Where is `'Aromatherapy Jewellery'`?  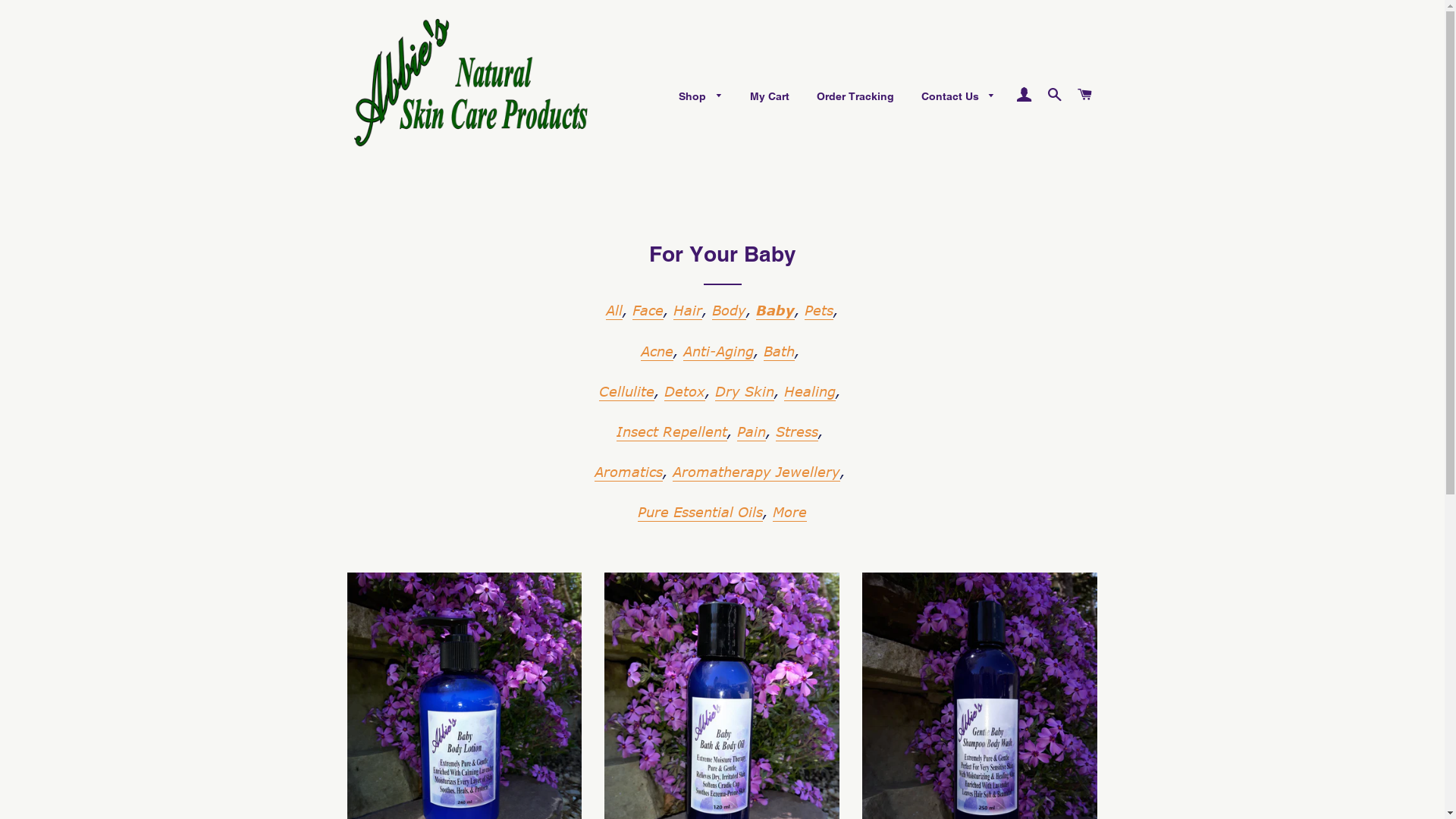 'Aromatherapy Jewellery' is located at coordinates (672, 472).